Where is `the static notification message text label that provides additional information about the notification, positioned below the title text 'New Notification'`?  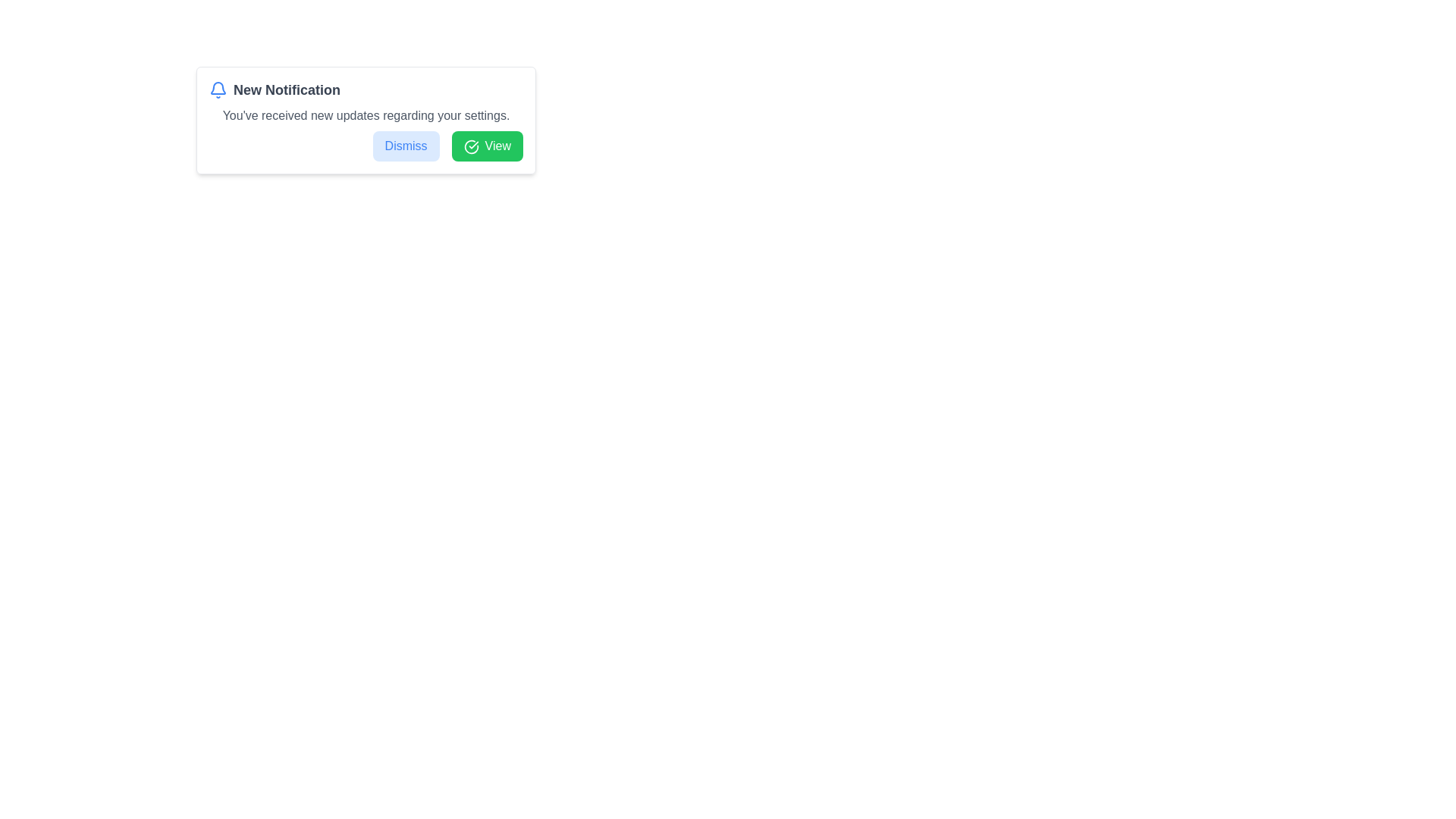 the static notification message text label that provides additional information about the notification, positioned below the title text 'New Notification' is located at coordinates (366, 115).